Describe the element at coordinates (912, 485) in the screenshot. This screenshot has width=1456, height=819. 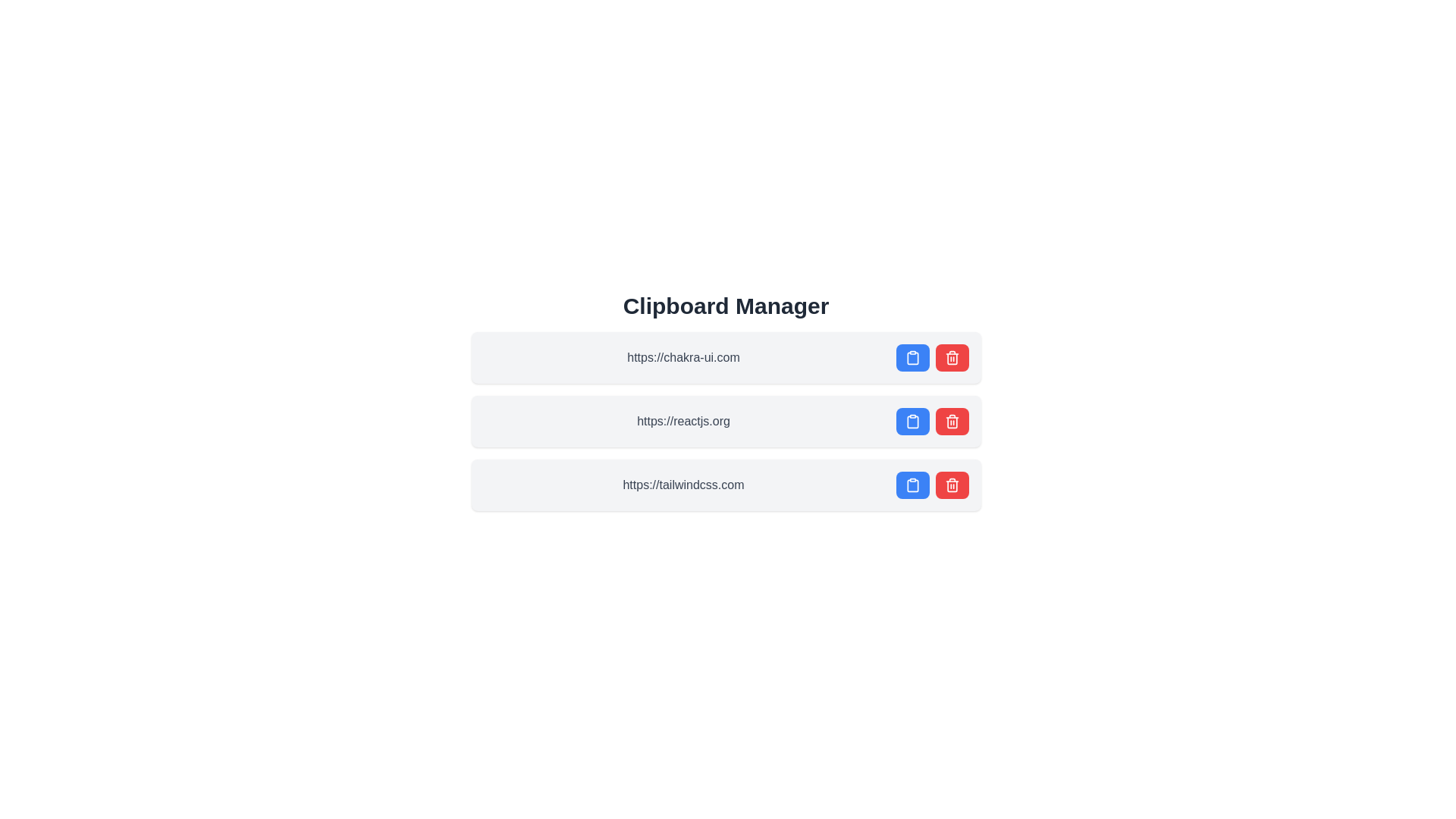
I see `the blue rectangular button with rounded corners and a clipboard icon for the 'tailwindcss.com' entry in the clipboard manager interface` at that location.